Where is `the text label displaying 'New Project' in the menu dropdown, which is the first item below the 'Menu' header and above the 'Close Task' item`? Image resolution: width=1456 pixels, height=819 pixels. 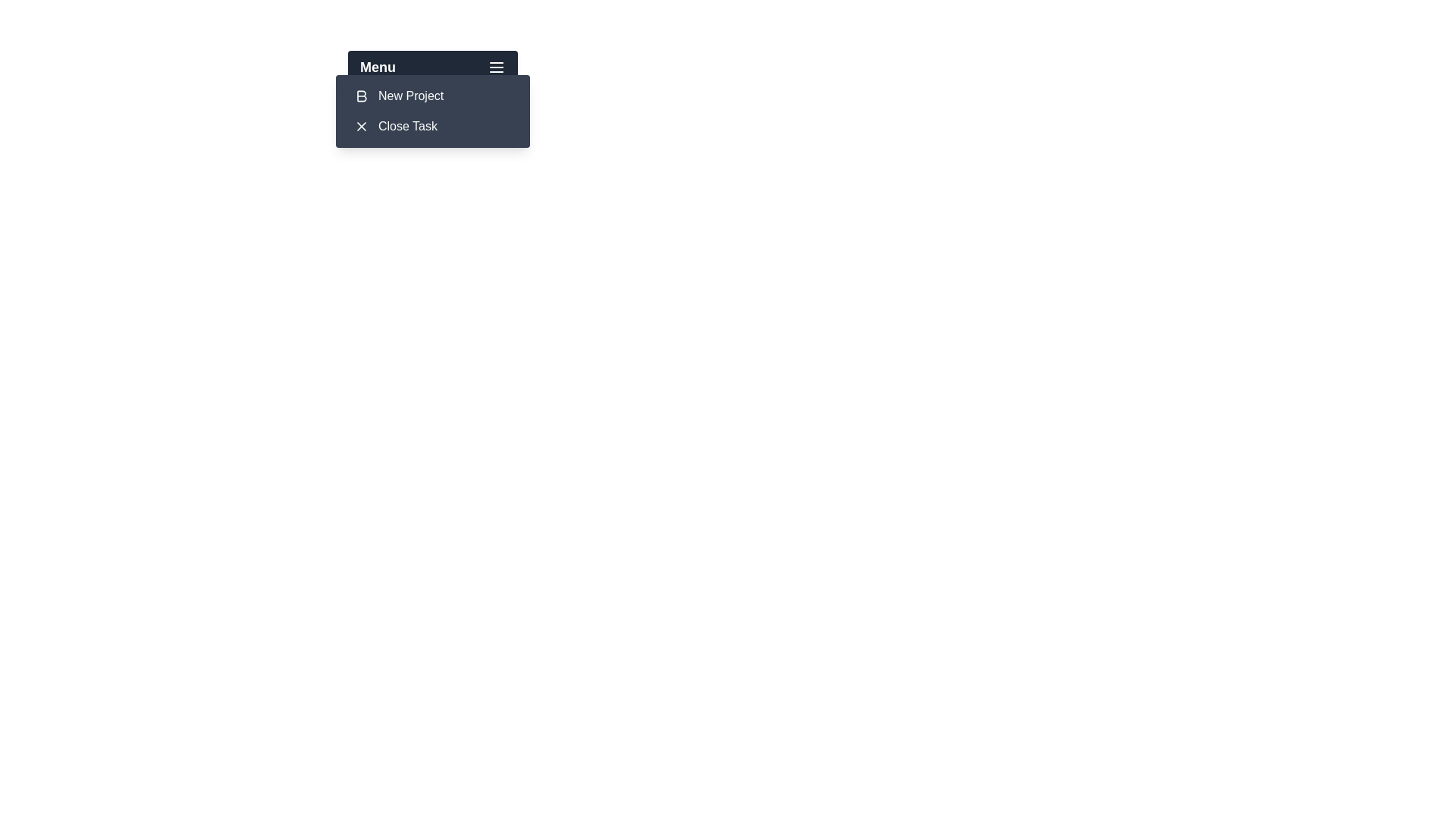 the text label displaying 'New Project' in the menu dropdown, which is the first item below the 'Menu' header and above the 'Close Task' item is located at coordinates (411, 96).